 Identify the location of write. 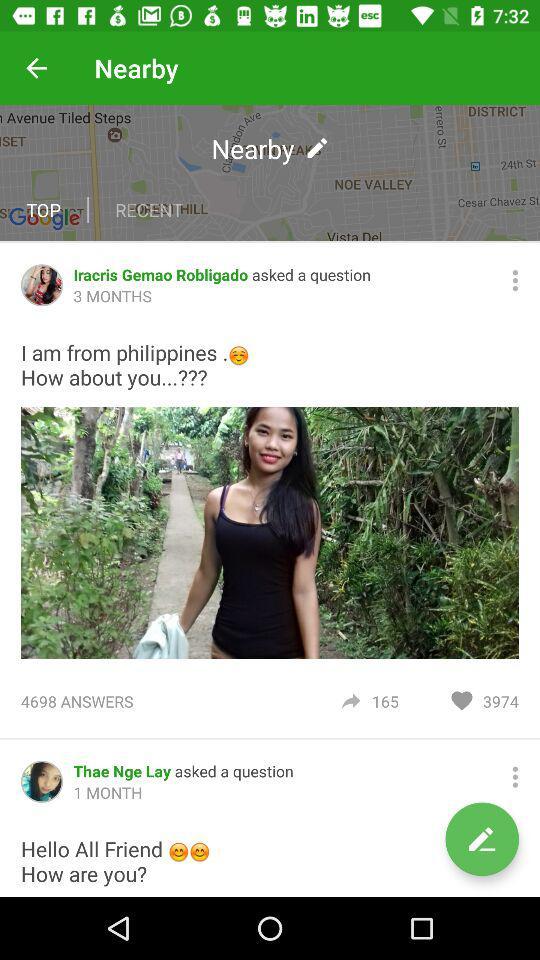
(481, 839).